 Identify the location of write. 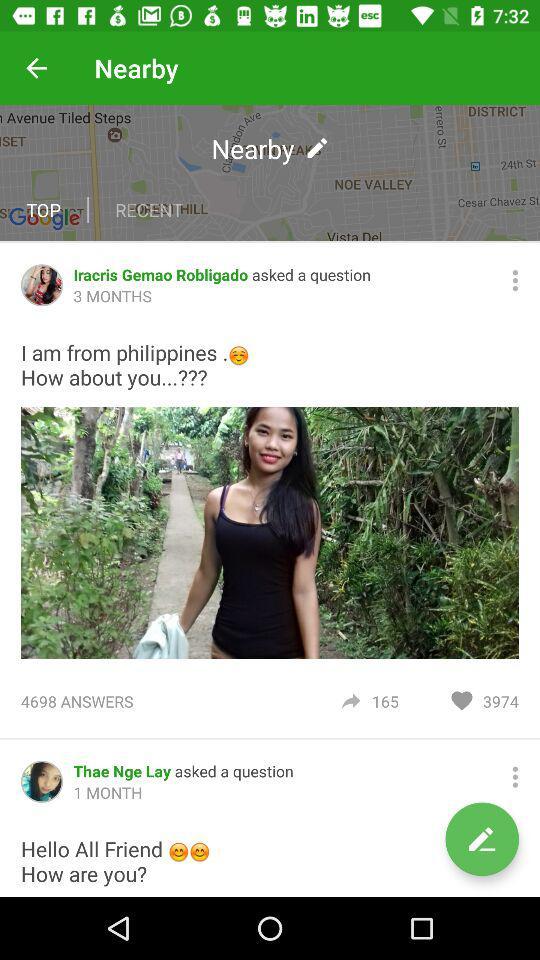
(481, 839).